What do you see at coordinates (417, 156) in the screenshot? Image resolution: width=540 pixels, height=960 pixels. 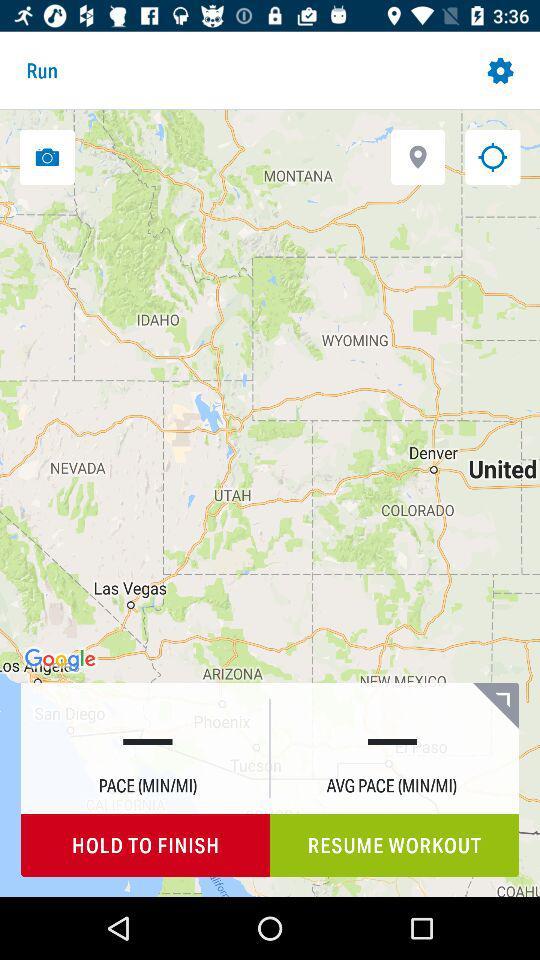 I see `open location settings` at bounding box center [417, 156].